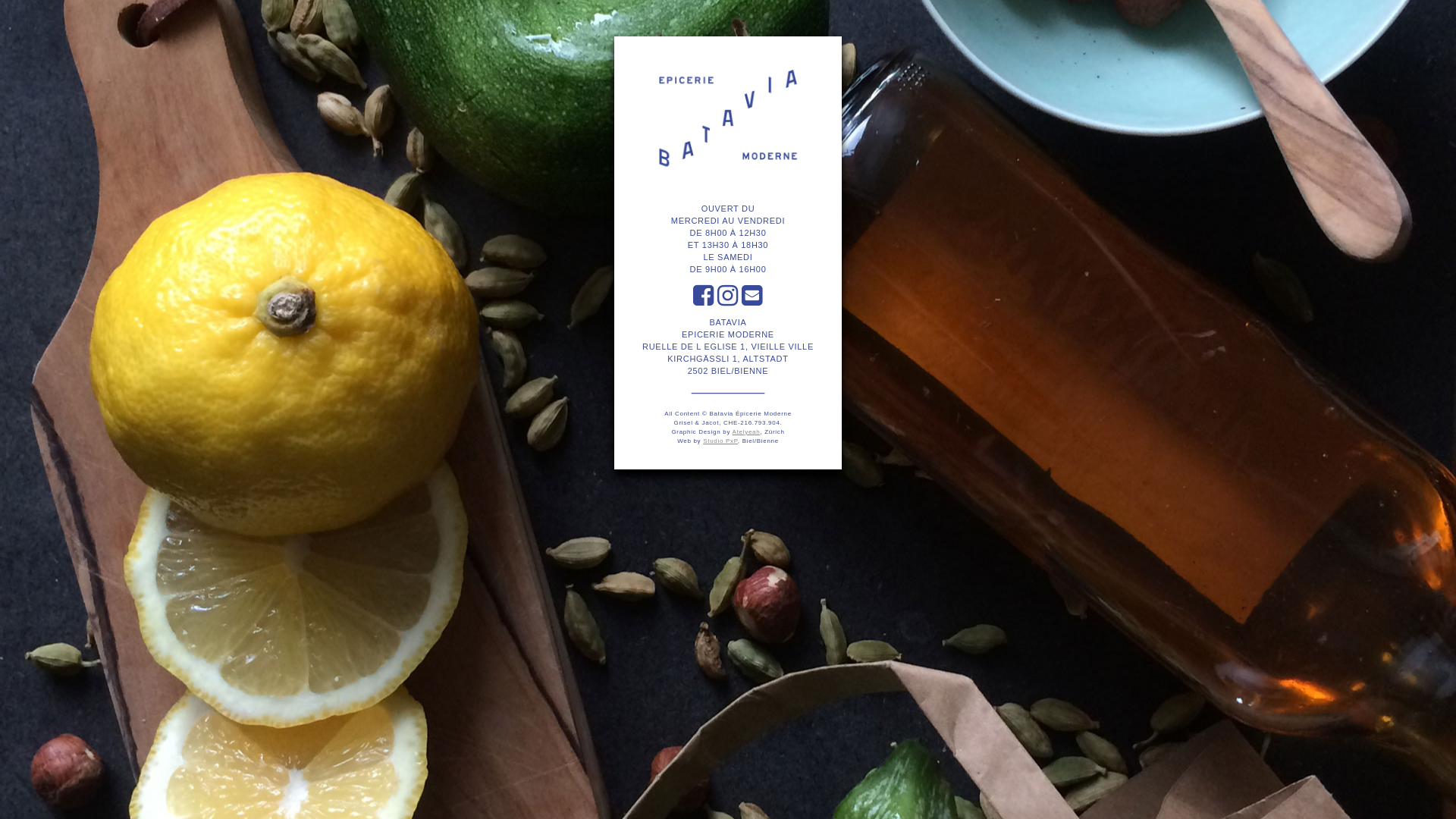 This screenshot has height=819, width=1456. I want to click on 'Studio PxP', so click(720, 441).